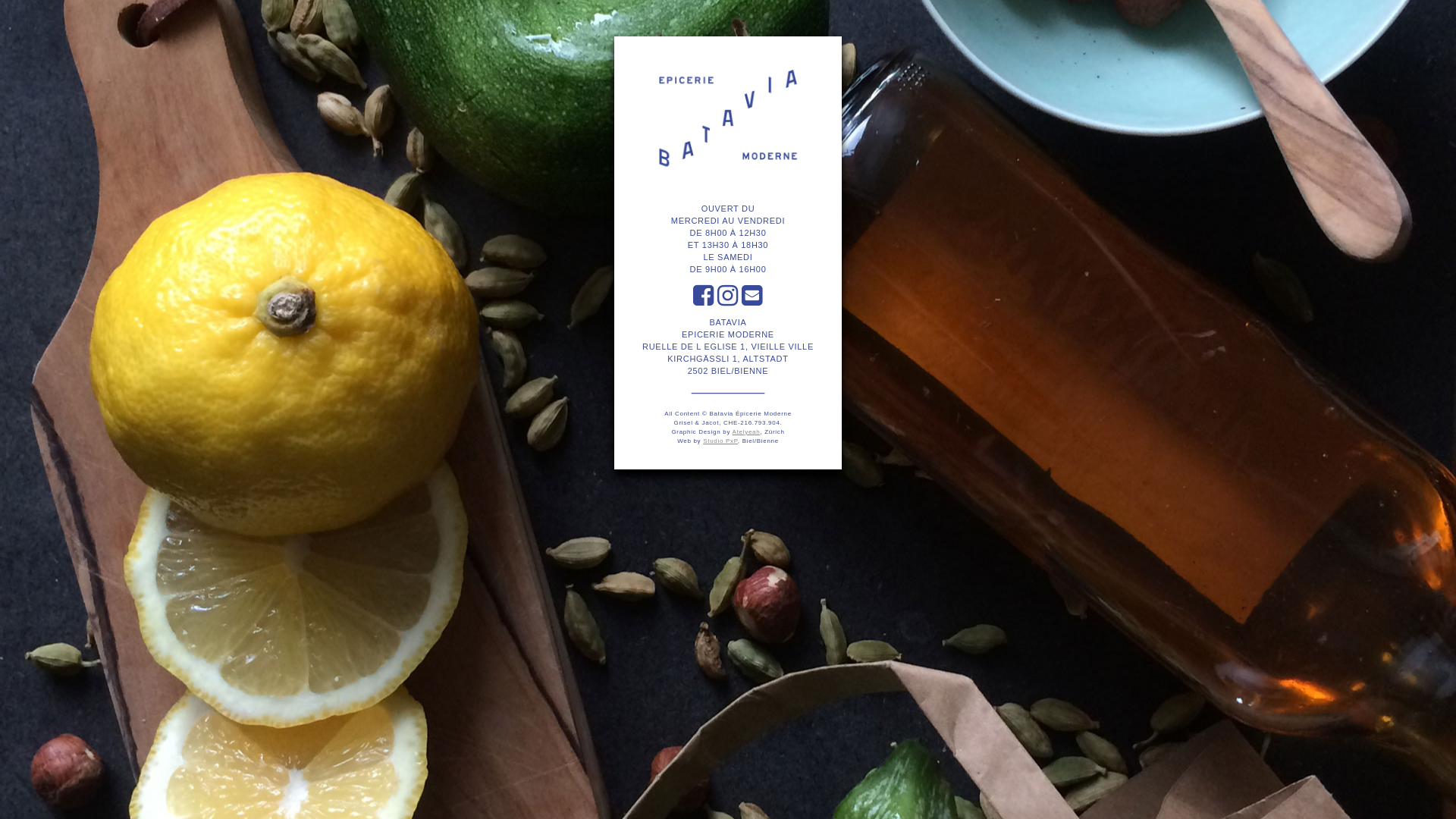 This screenshot has height=819, width=1456. I want to click on 'Studio PxP', so click(720, 441).